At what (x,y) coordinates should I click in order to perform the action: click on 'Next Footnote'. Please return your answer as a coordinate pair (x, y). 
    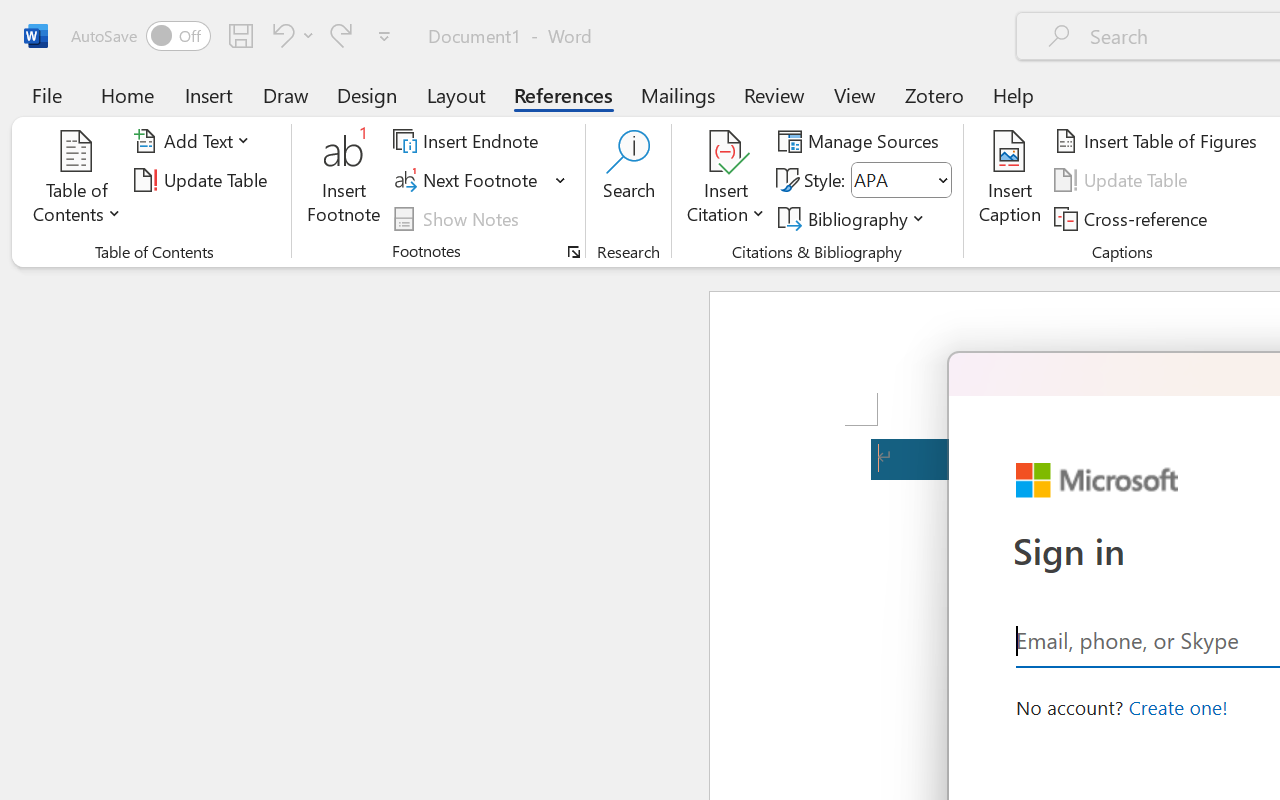
    Looking at the image, I should click on (480, 179).